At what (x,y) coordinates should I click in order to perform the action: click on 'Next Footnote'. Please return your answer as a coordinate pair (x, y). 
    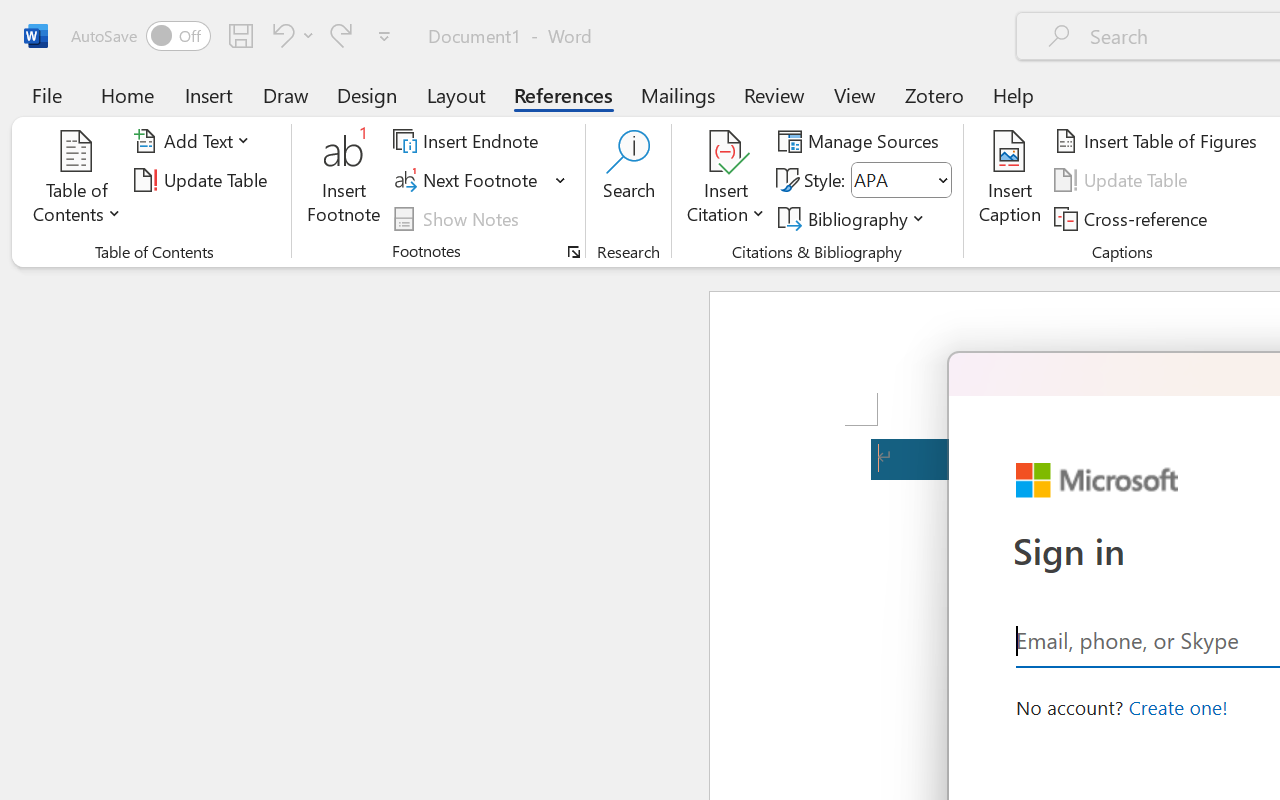
    Looking at the image, I should click on (480, 179).